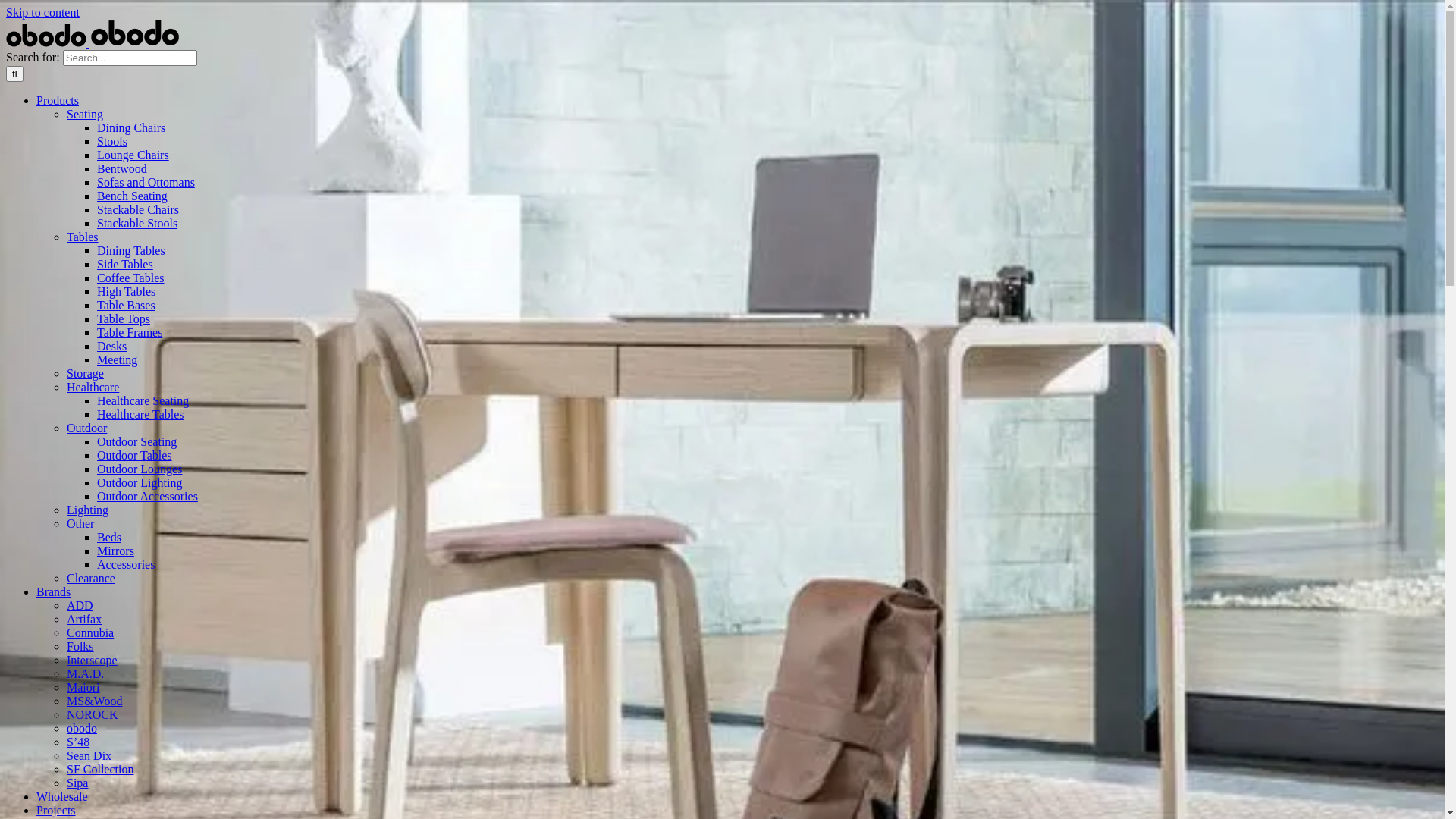 The width and height of the screenshot is (1456, 819). I want to click on 'Skip to content', so click(42, 12).